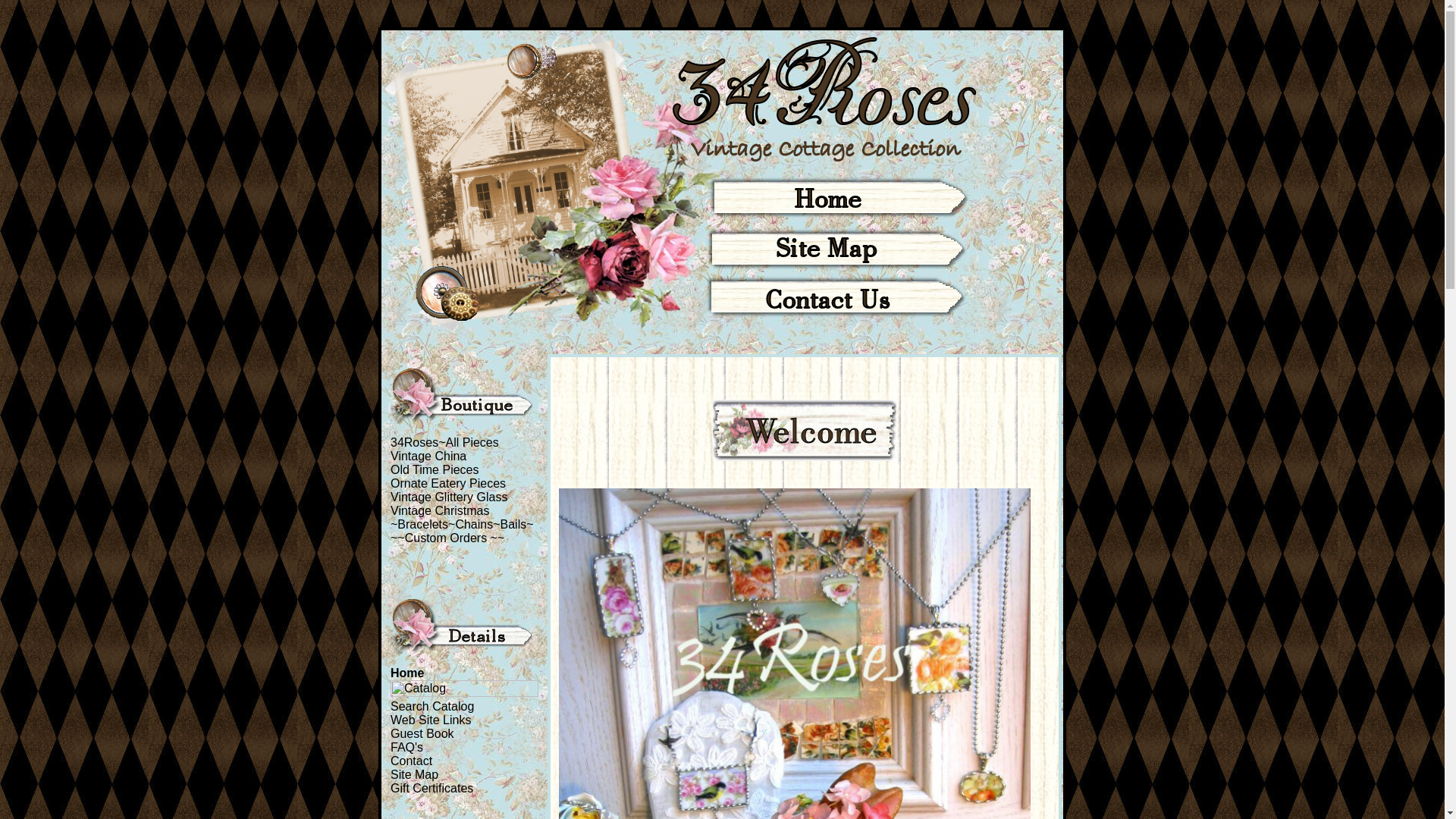 The height and width of the screenshot is (819, 1456). I want to click on '~Bracelets~Chains~Bails~', so click(461, 523).